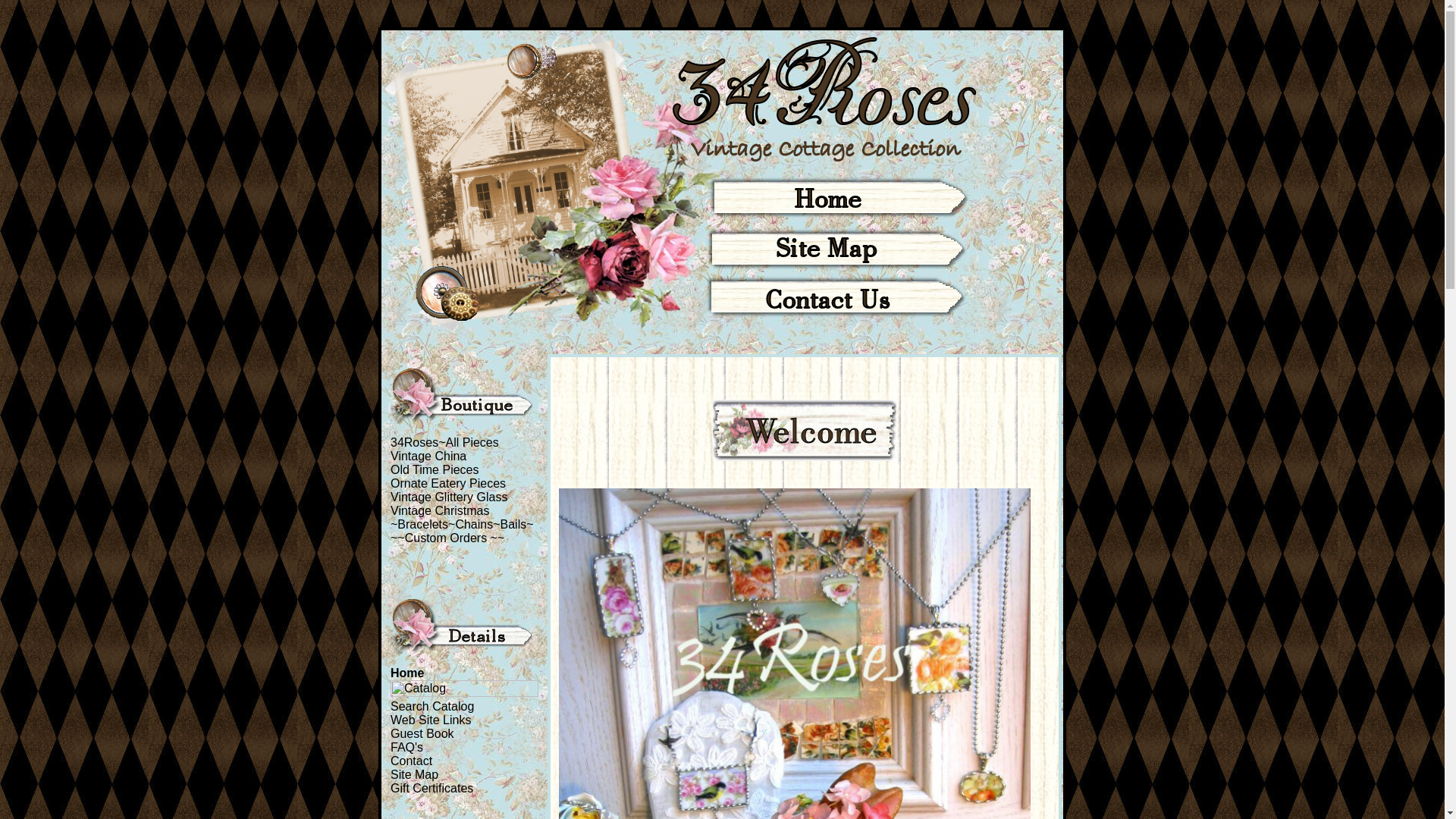 The height and width of the screenshot is (819, 1456). I want to click on '~Bracelets~Chains~Bails~', so click(461, 523).